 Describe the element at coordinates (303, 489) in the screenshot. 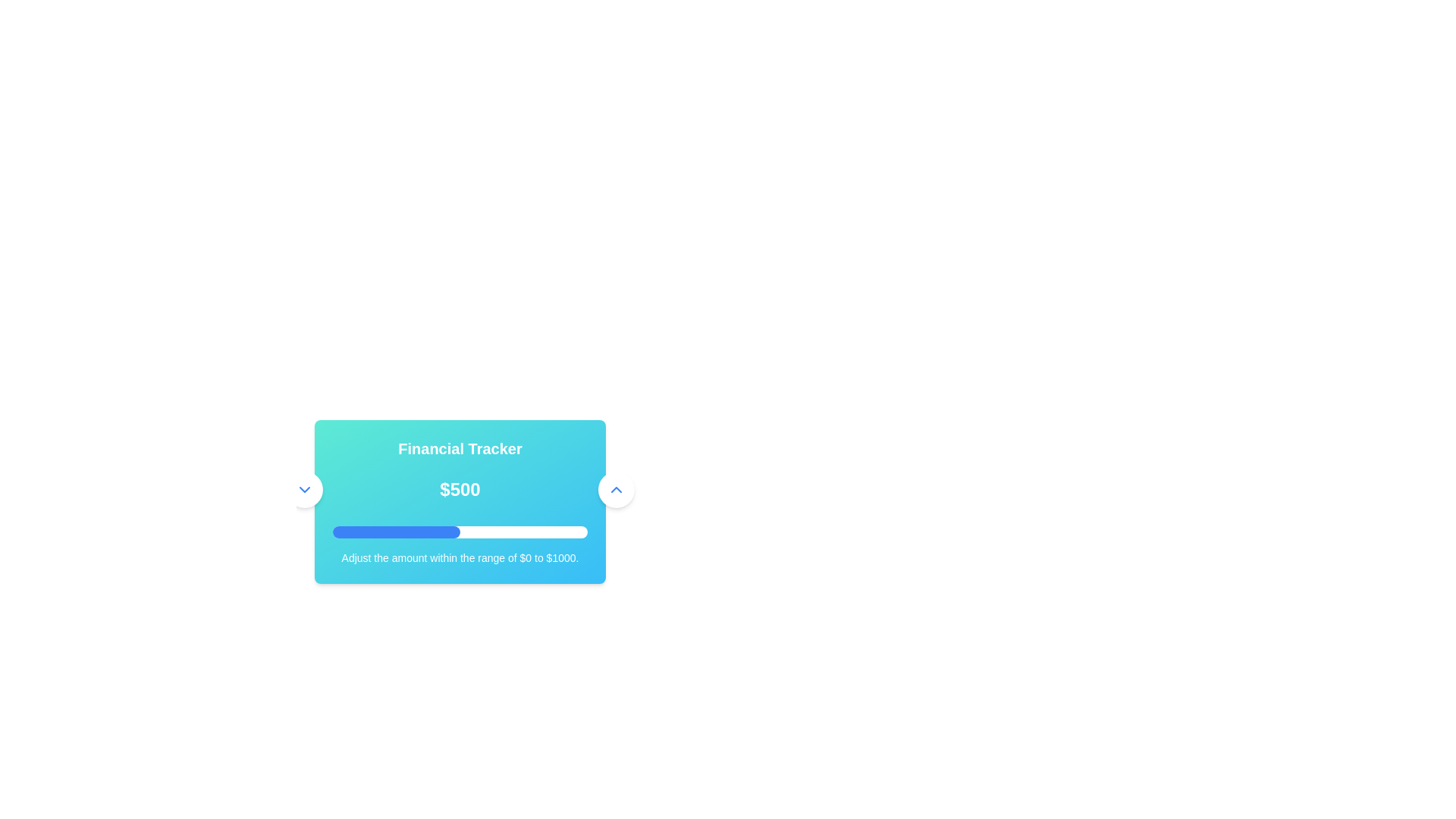

I see `the decrement button located on the left side of the Financial Tracker panel` at that location.